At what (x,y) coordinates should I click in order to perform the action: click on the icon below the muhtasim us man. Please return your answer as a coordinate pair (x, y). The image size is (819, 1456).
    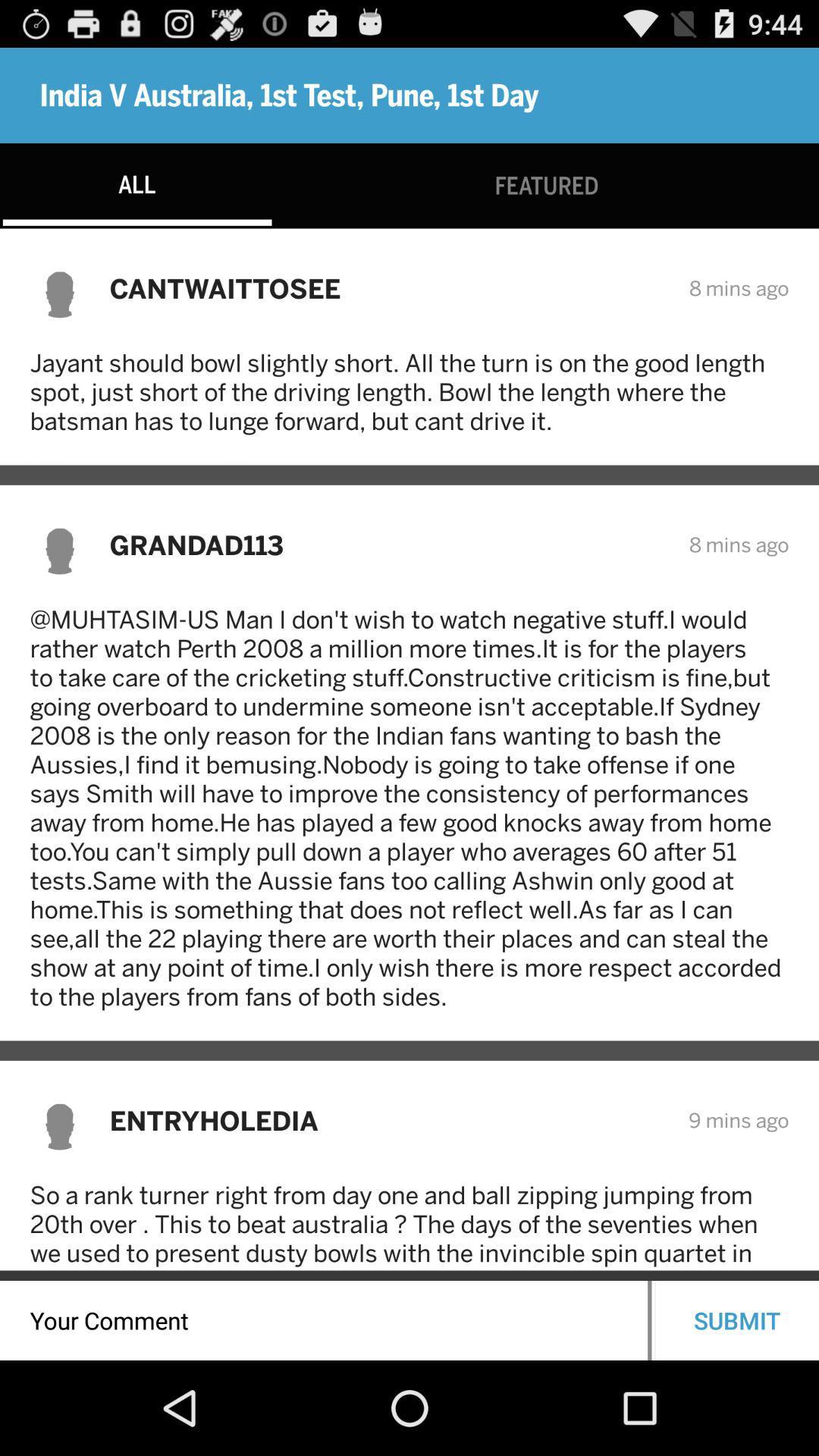
    Looking at the image, I should click on (388, 1120).